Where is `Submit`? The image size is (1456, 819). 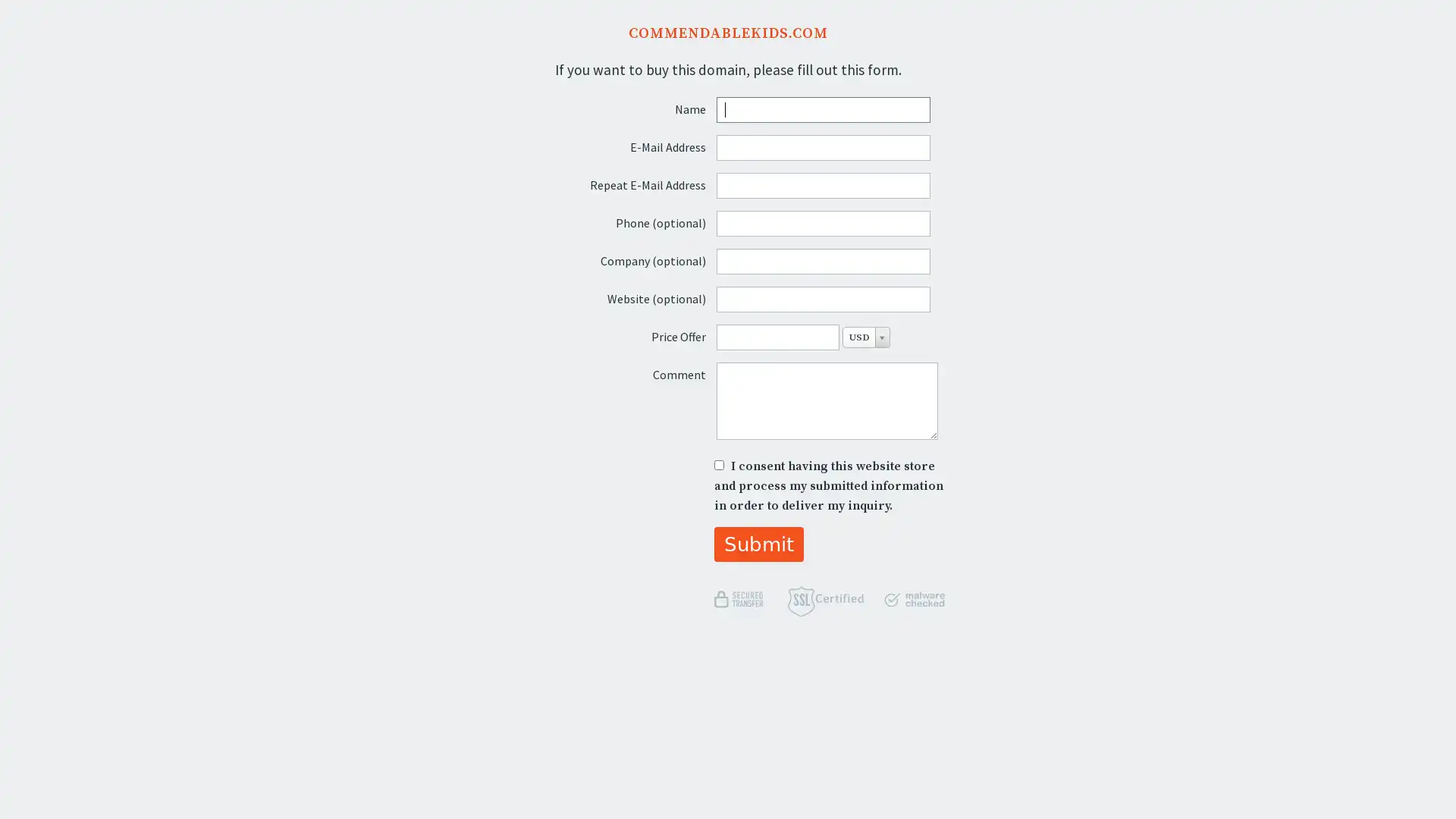
Submit is located at coordinates (758, 543).